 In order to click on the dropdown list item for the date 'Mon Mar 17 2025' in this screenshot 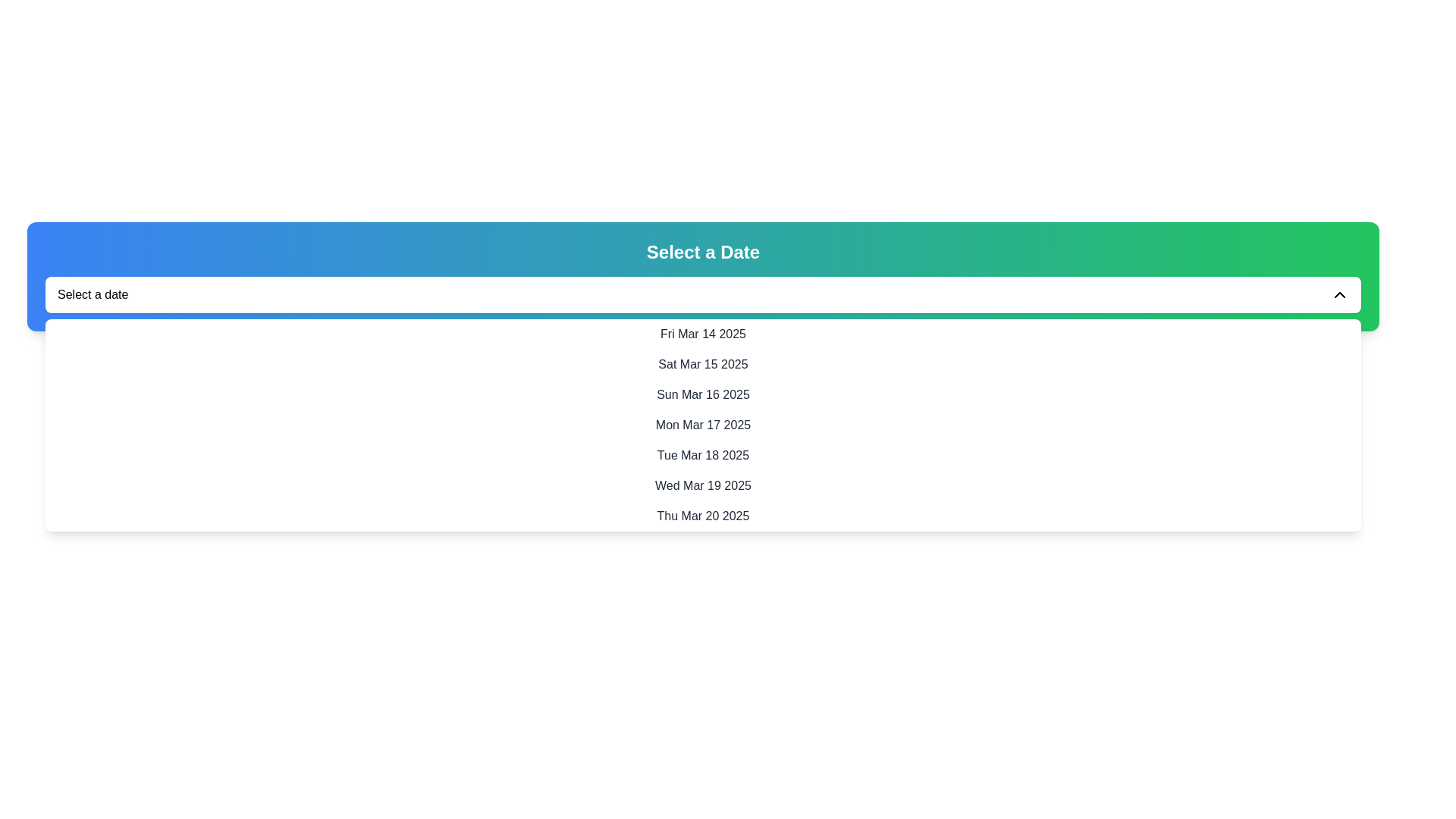, I will do `click(702, 425)`.